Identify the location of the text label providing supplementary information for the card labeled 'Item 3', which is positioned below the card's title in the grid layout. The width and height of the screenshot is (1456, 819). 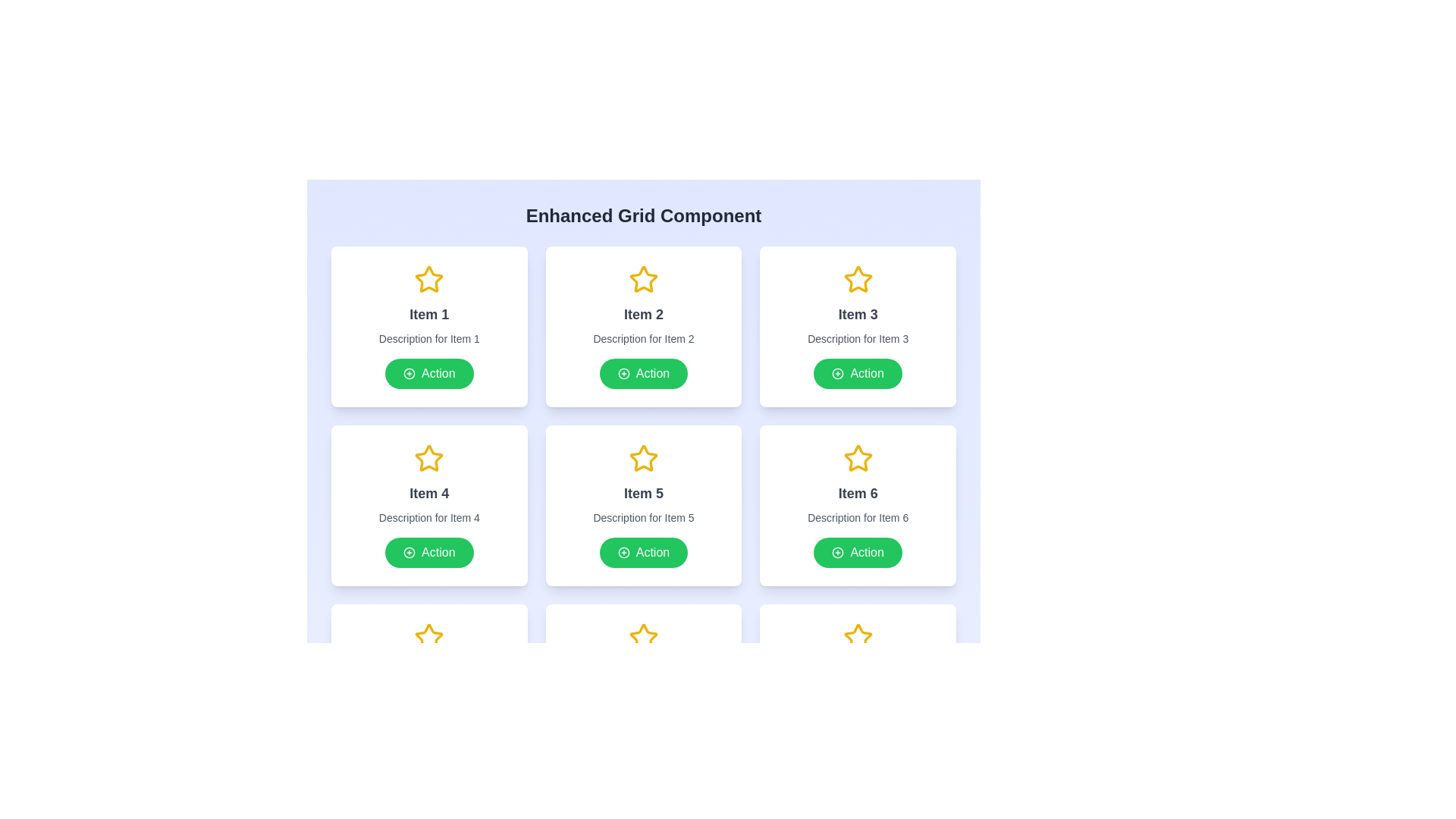
(858, 338).